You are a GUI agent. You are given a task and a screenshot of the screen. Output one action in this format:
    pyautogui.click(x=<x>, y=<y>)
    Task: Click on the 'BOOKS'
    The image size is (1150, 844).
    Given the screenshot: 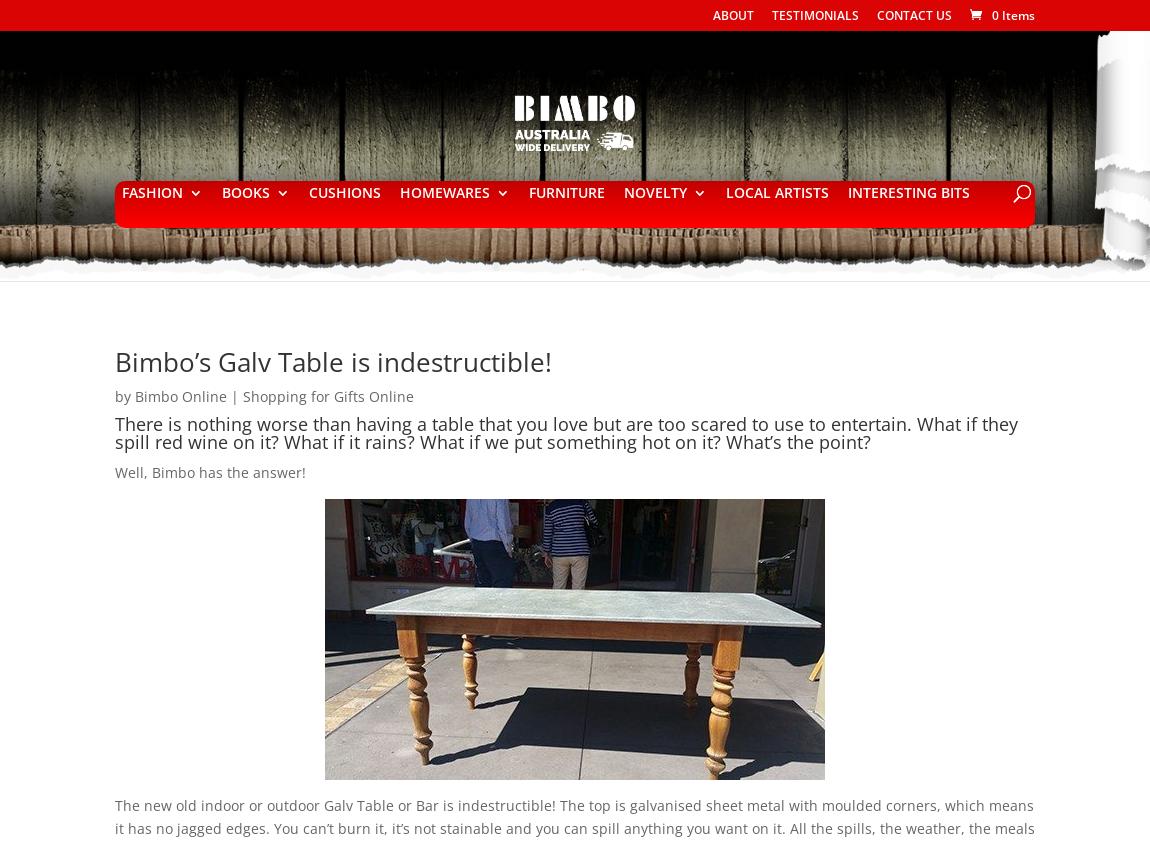 What is the action you would take?
    pyautogui.click(x=243, y=192)
    